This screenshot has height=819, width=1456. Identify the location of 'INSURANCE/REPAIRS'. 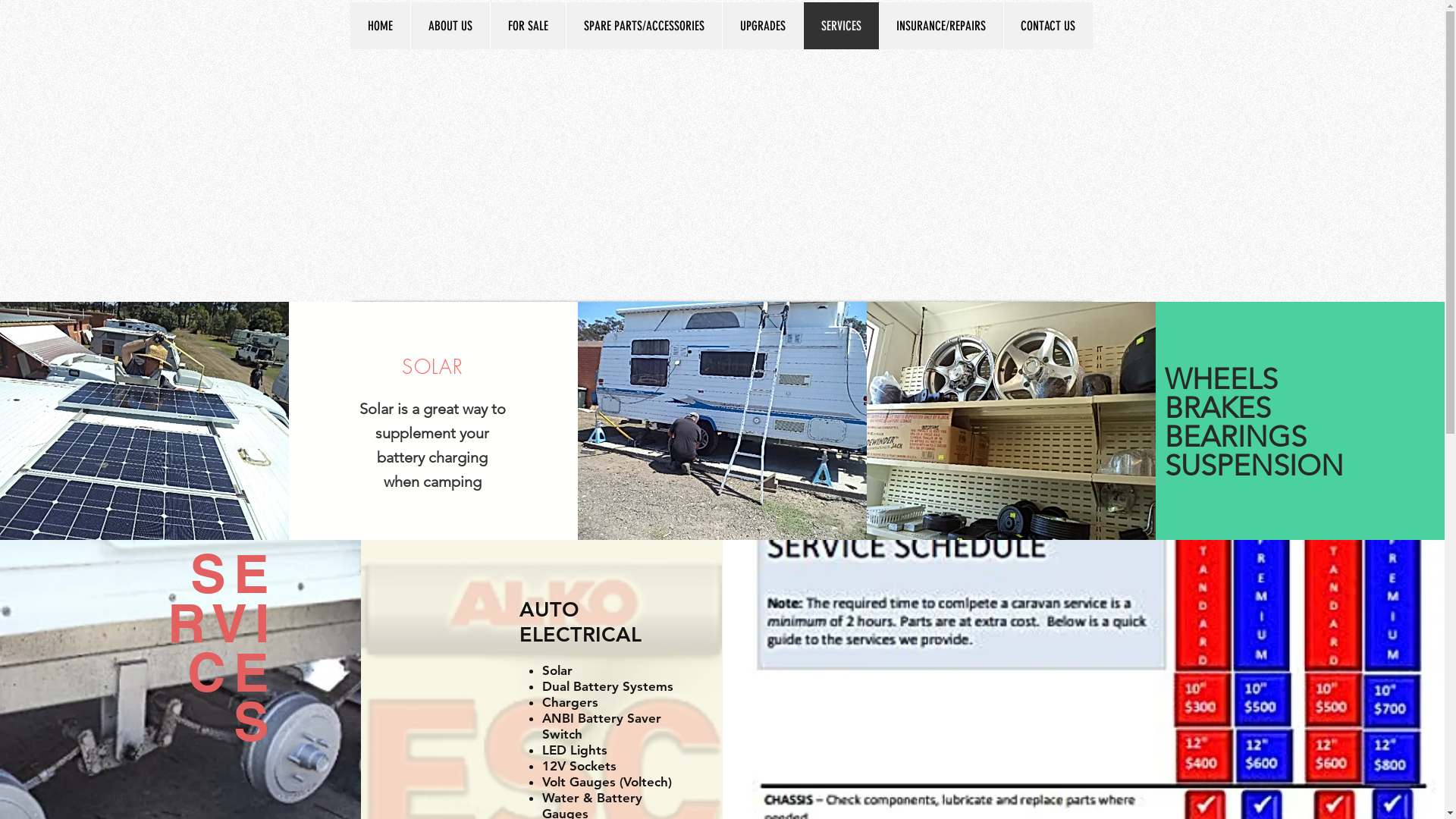
(877, 26).